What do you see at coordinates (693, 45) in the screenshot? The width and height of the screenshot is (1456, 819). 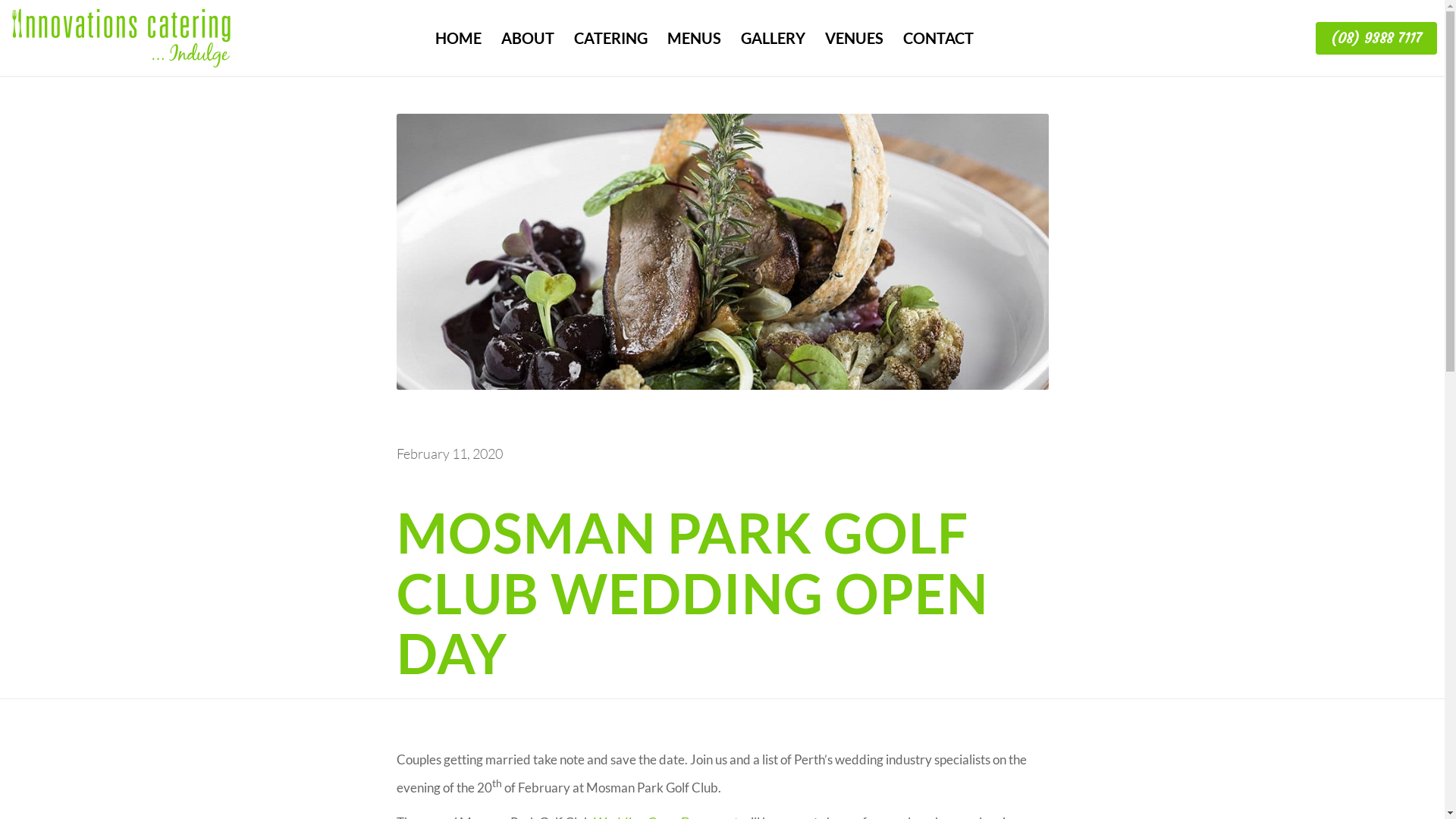 I see `'MENUS'` at bounding box center [693, 45].